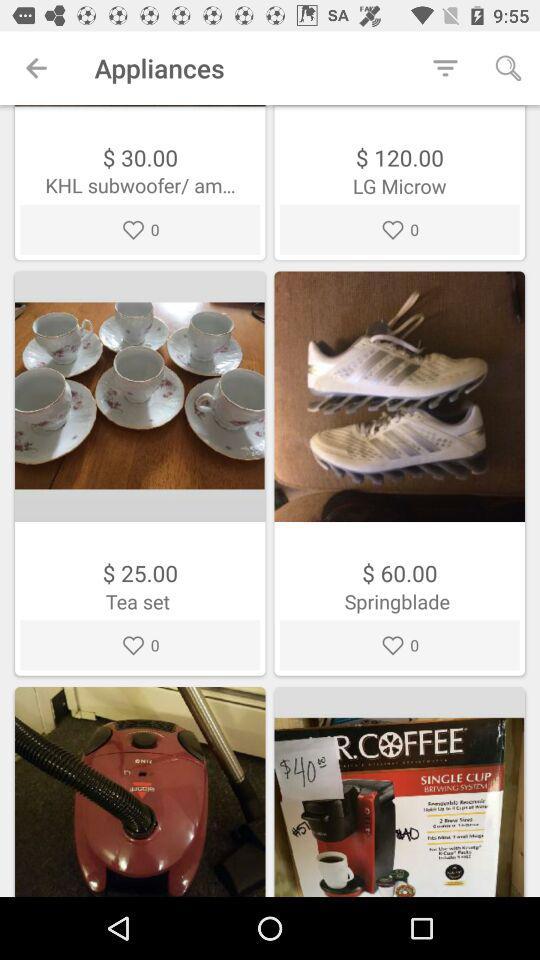  Describe the element at coordinates (399, 230) in the screenshot. I see `the button below the text lg microw` at that location.